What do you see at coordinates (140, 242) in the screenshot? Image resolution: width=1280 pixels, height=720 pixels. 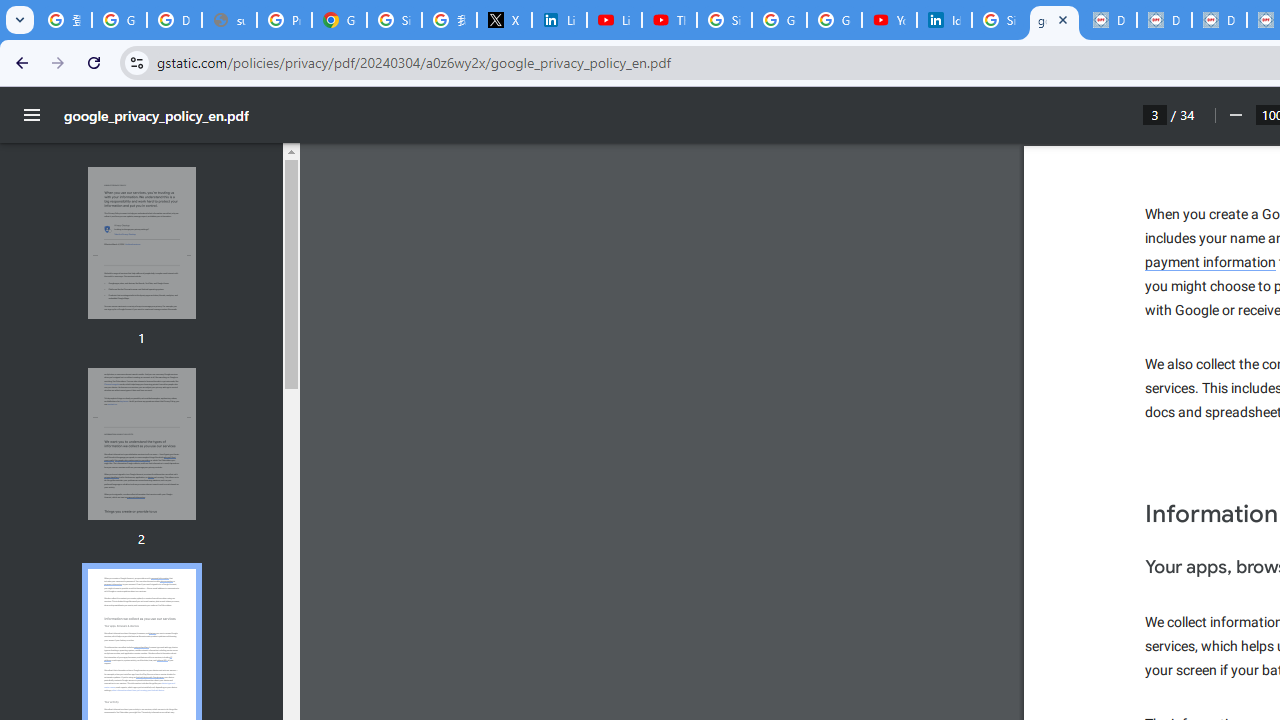 I see `'Thumbnail for page 1'` at bounding box center [140, 242].